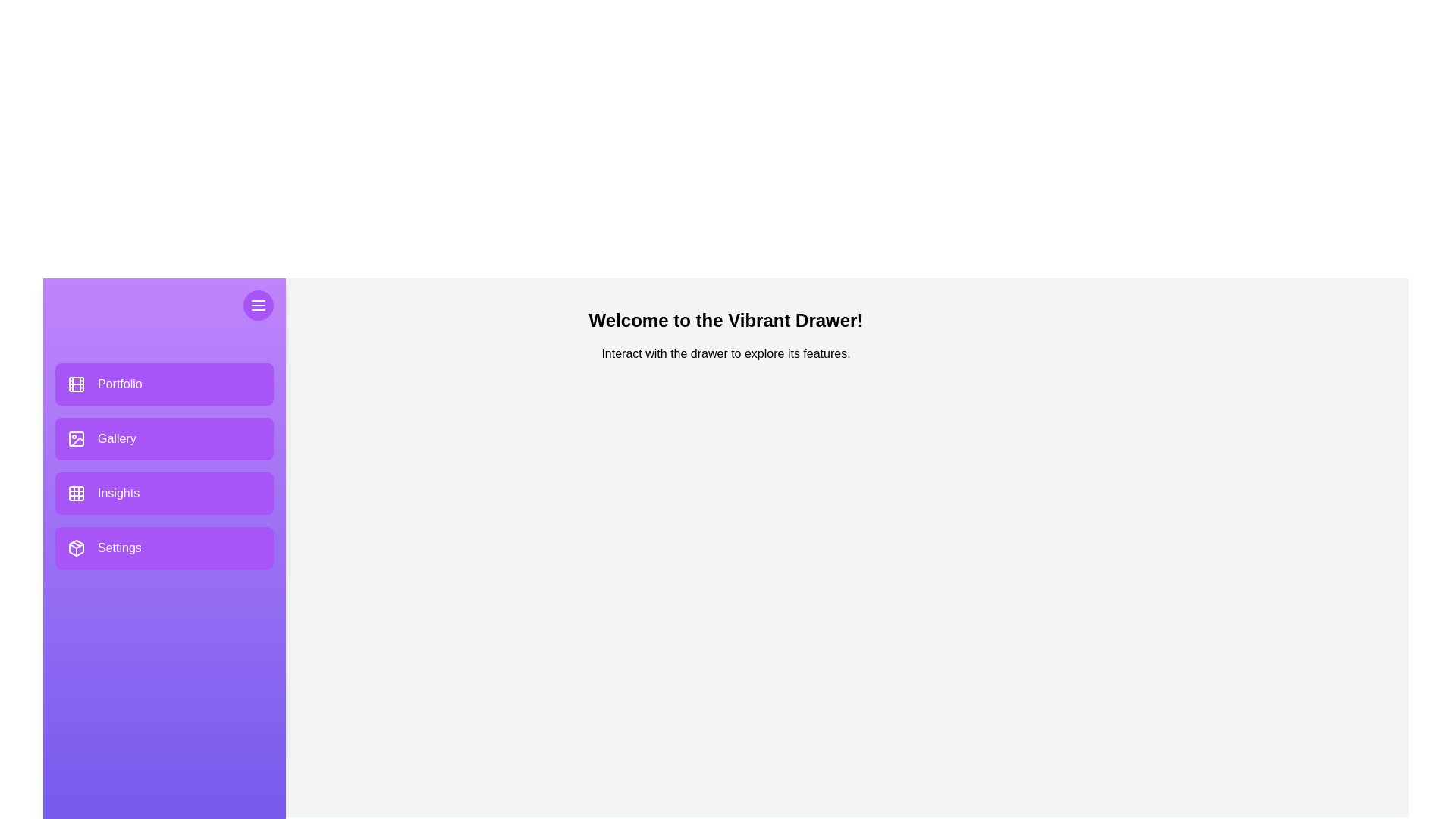  What do you see at coordinates (164, 383) in the screenshot?
I see `the 'Portfolio' button to navigate to its section` at bounding box center [164, 383].